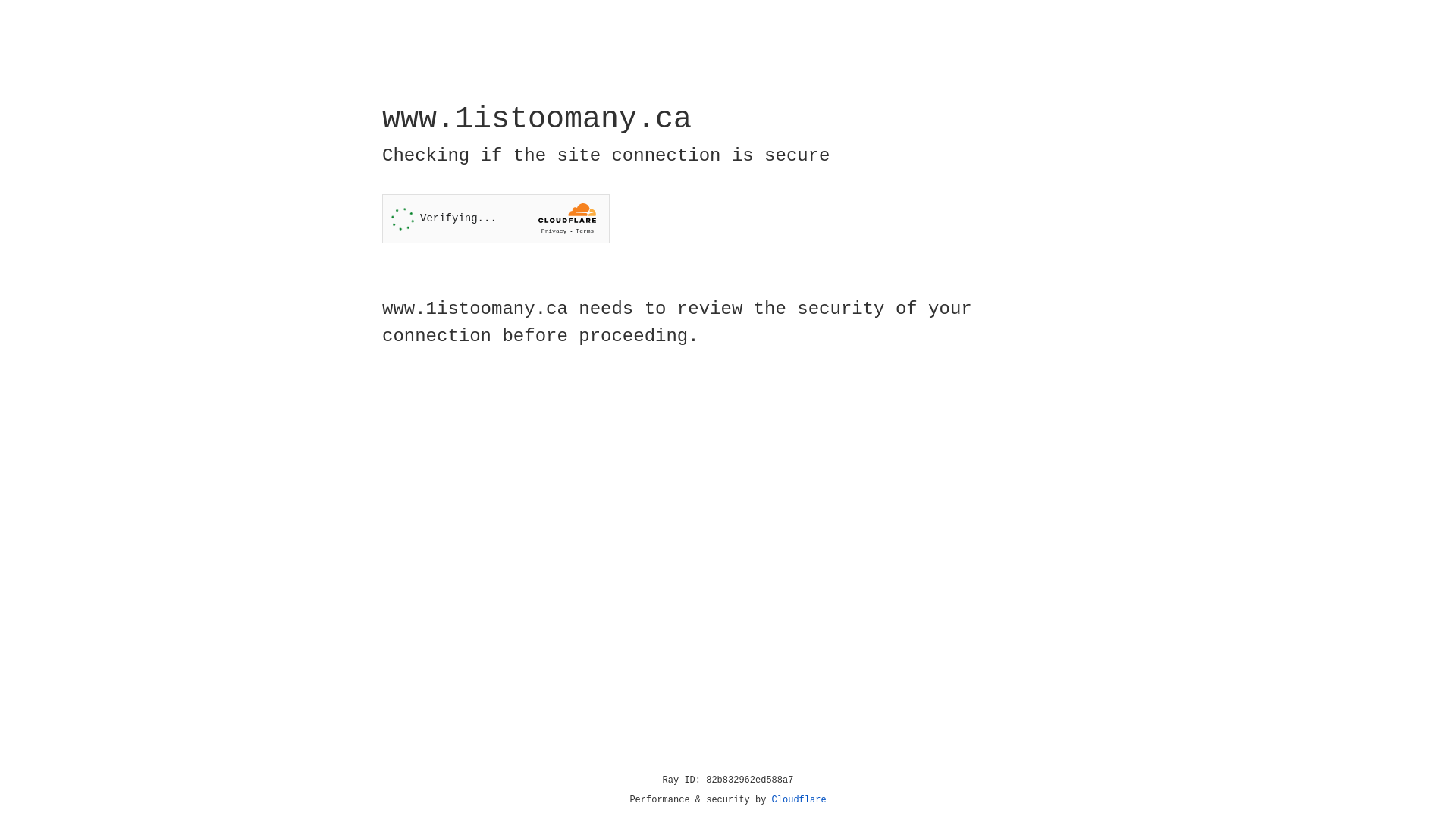  What do you see at coordinates (771, 799) in the screenshot?
I see `'Cloudflare'` at bounding box center [771, 799].